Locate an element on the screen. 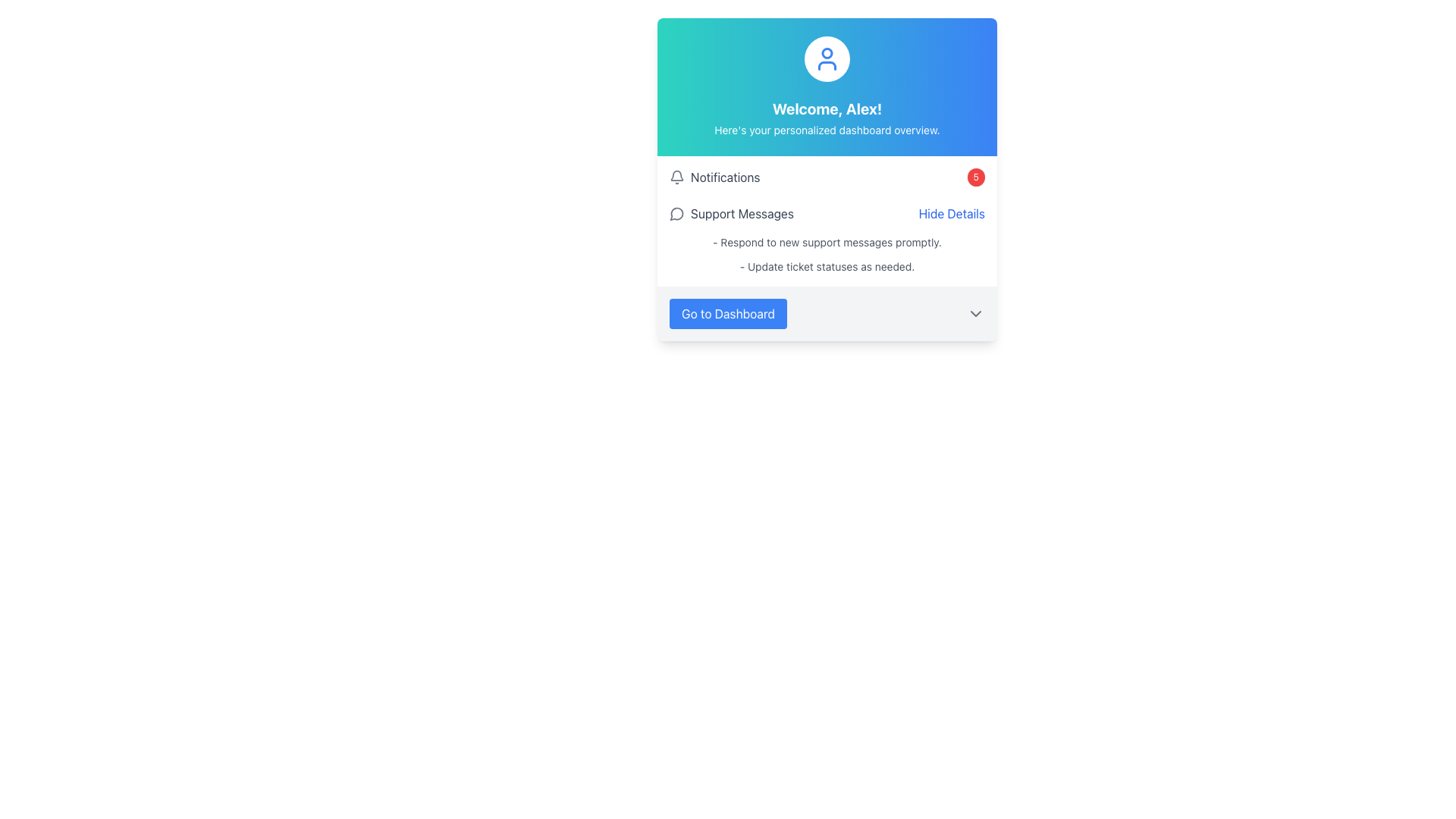 Image resolution: width=1456 pixels, height=819 pixels. the non-interactive informative text located beneath the instruction '- Respond to new support messages promptly.' in the 'Support Messages' section of the interface is located at coordinates (826, 265).